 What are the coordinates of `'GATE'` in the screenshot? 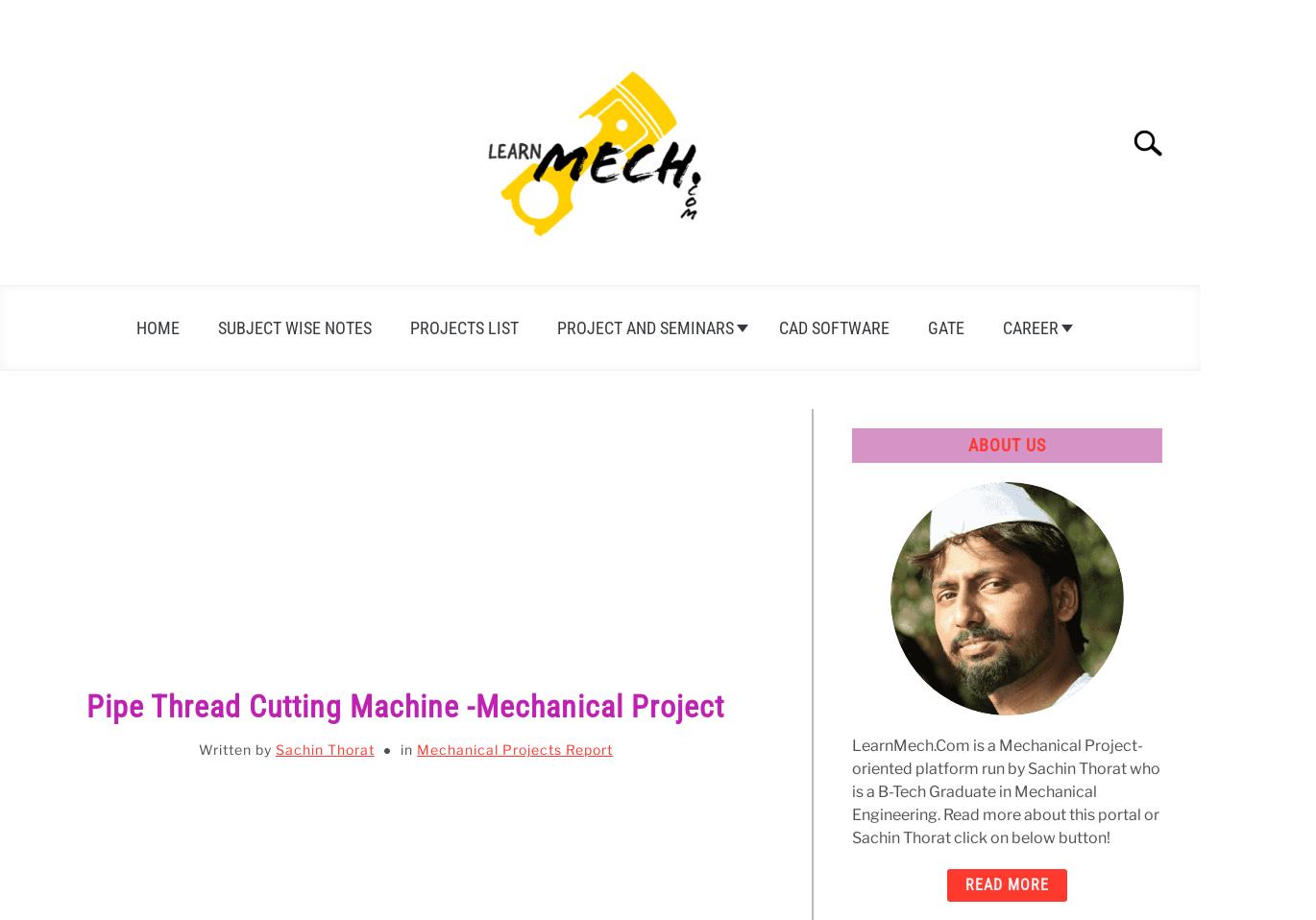 It's located at (944, 327).